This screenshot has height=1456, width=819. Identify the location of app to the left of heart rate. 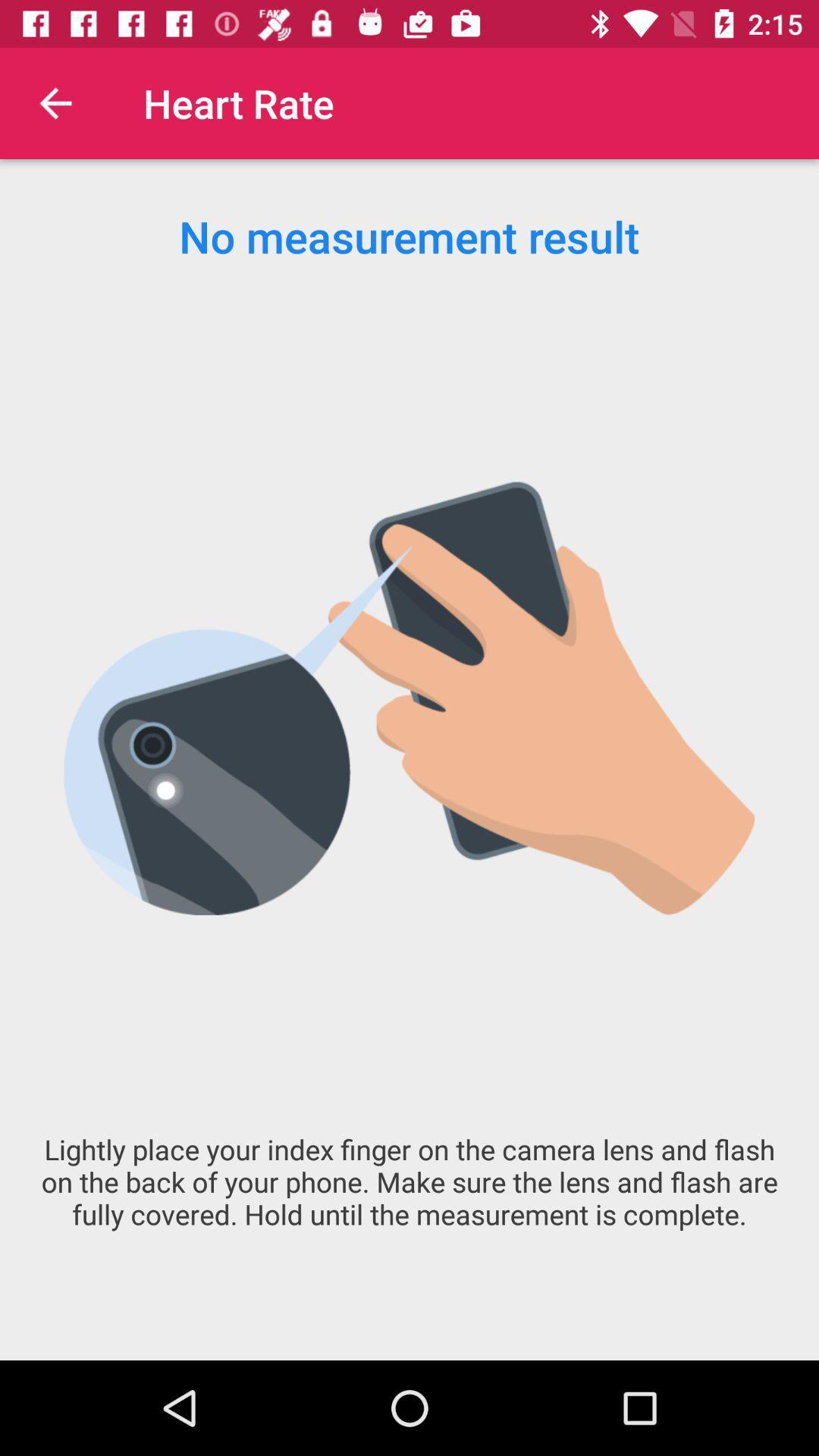
(55, 102).